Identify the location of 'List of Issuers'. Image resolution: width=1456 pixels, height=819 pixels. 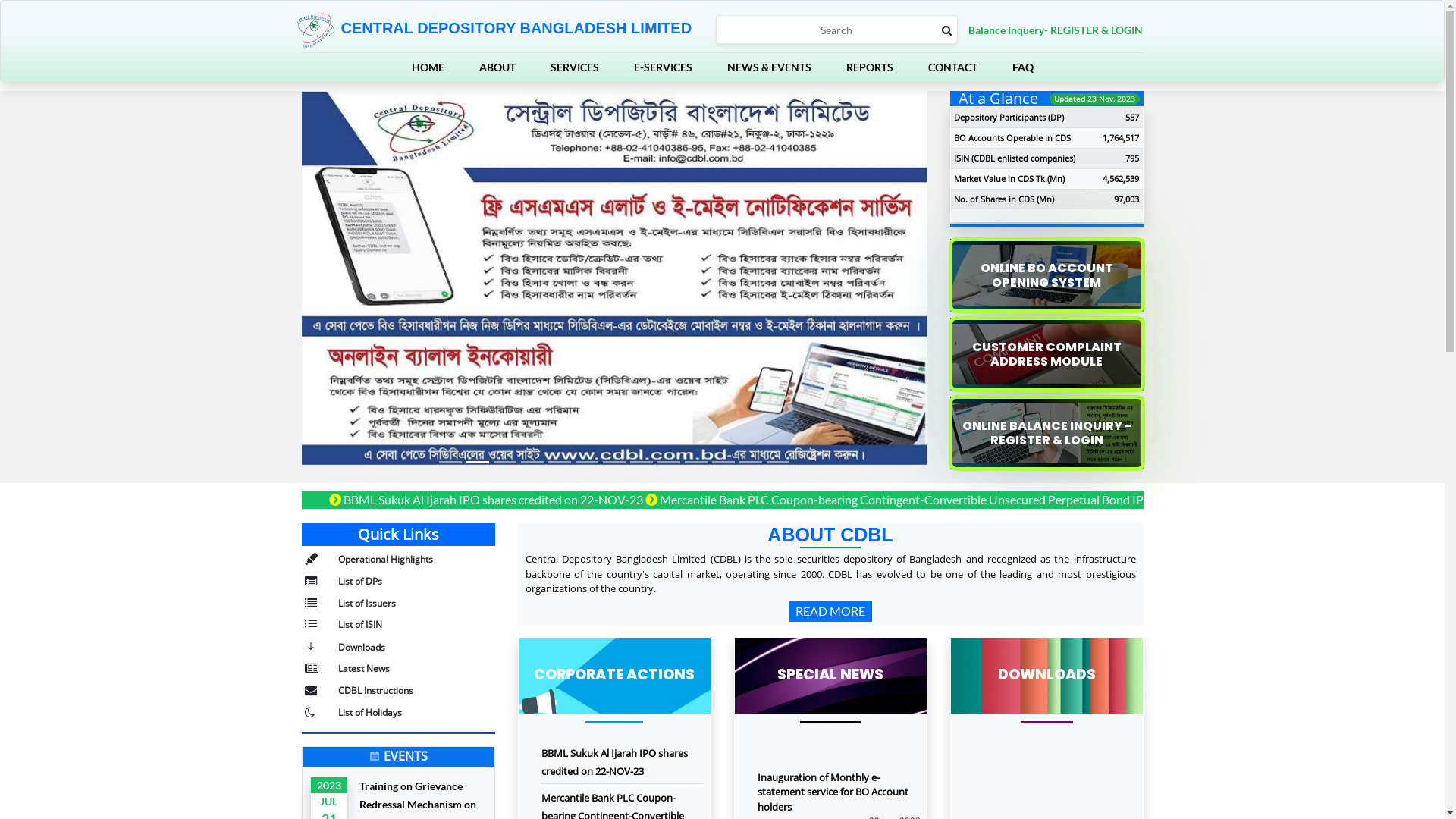
(367, 602).